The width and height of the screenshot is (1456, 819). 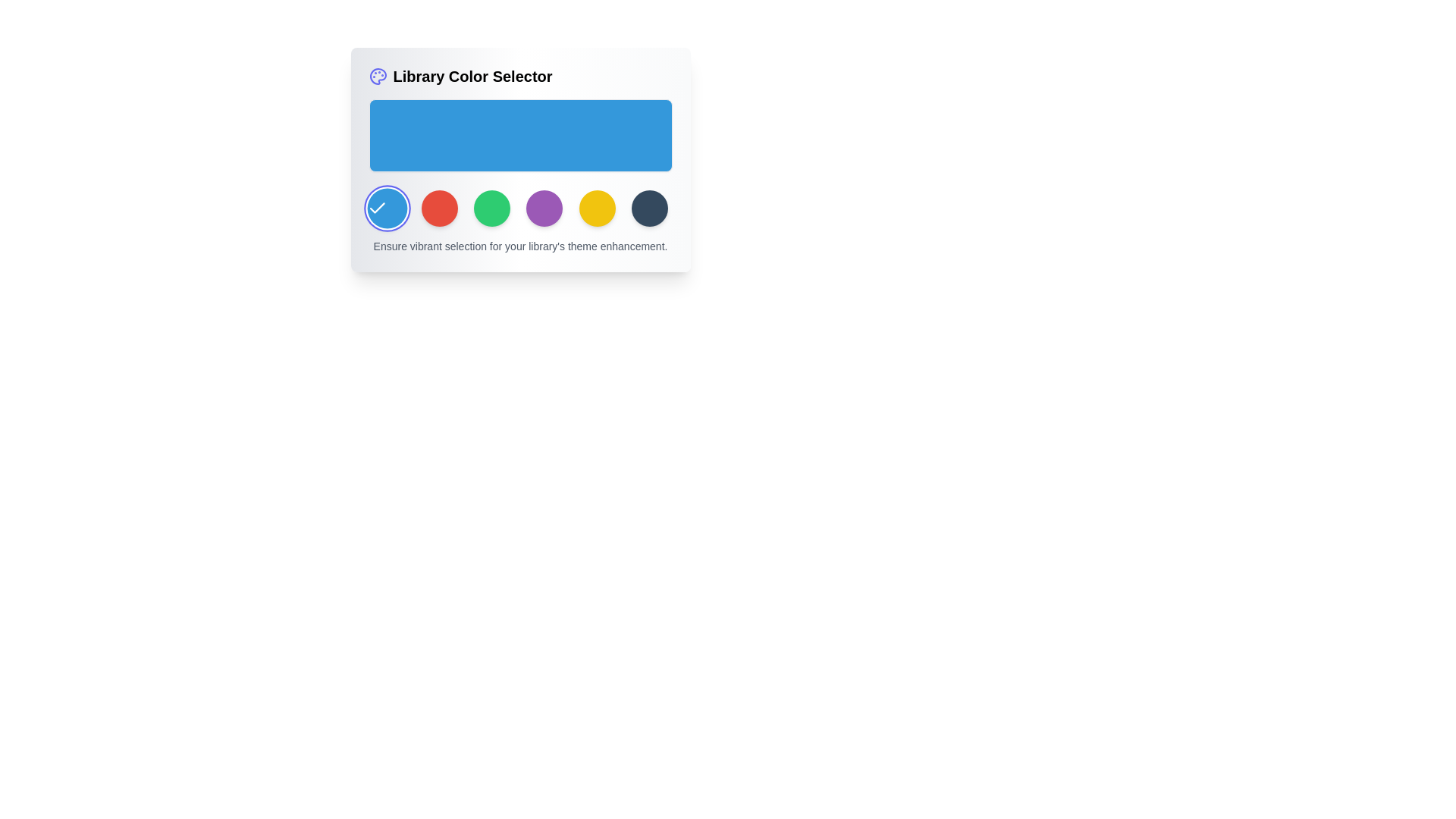 What do you see at coordinates (650, 208) in the screenshot?
I see `the dark blue color selection button, which is the last element in a horizontal grid of six circular buttons` at bounding box center [650, 208].